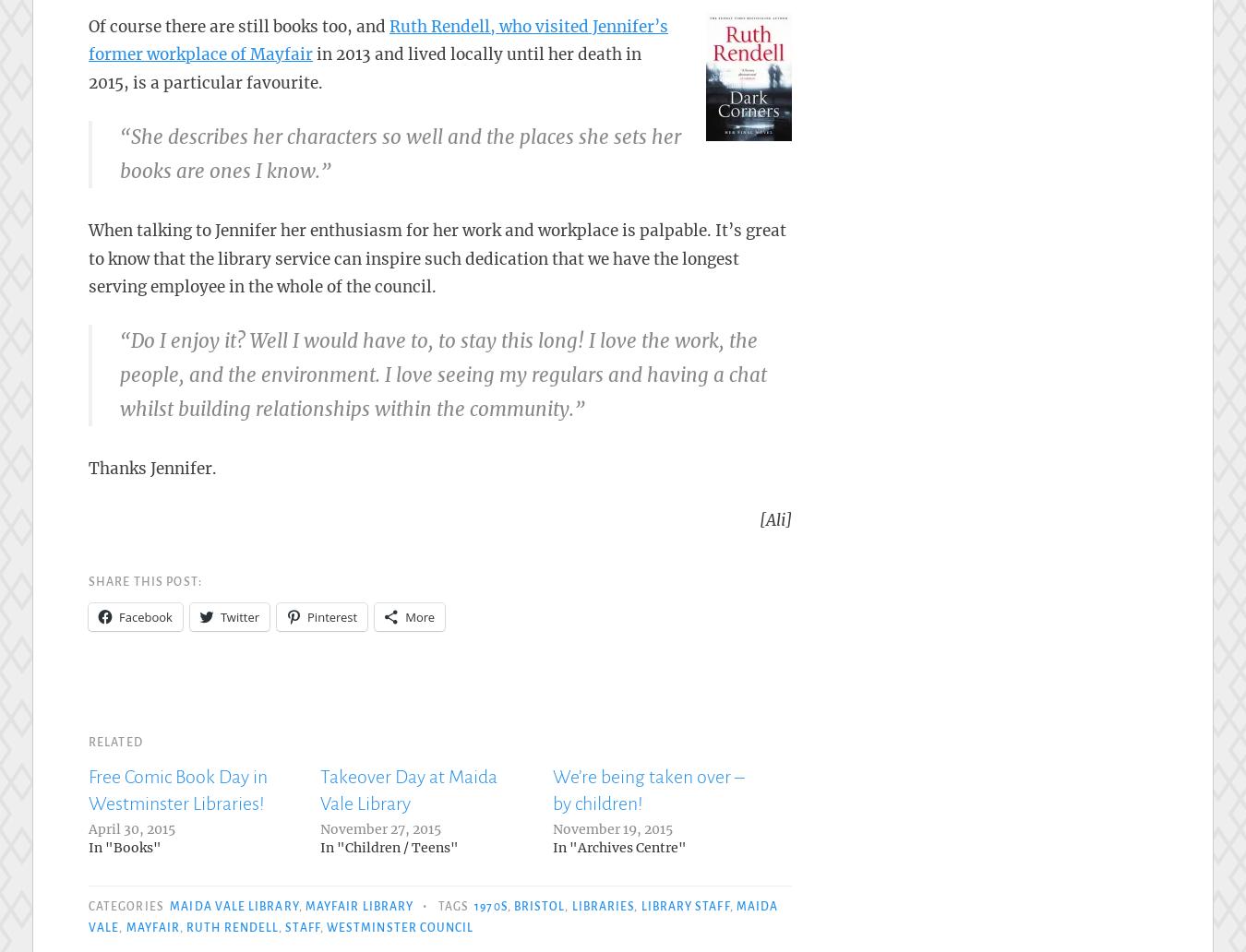  What do you see at coordinates (152, 925) in the screenshot?
I see `'Mayfair'` at bounding box center [152, 925].